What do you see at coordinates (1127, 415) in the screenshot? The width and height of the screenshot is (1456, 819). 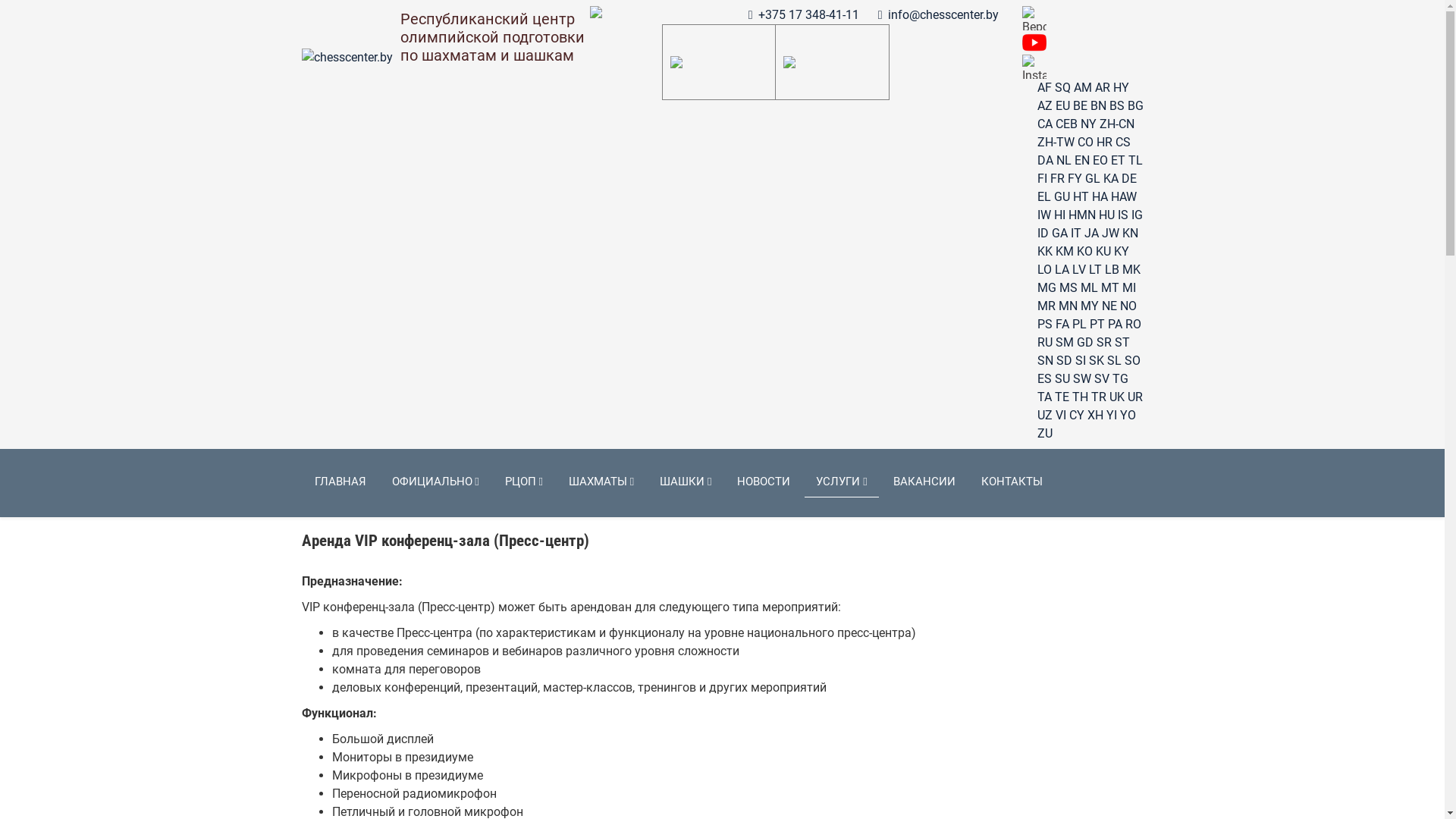 I see `'YO'` at bounding box center [1127, 415].